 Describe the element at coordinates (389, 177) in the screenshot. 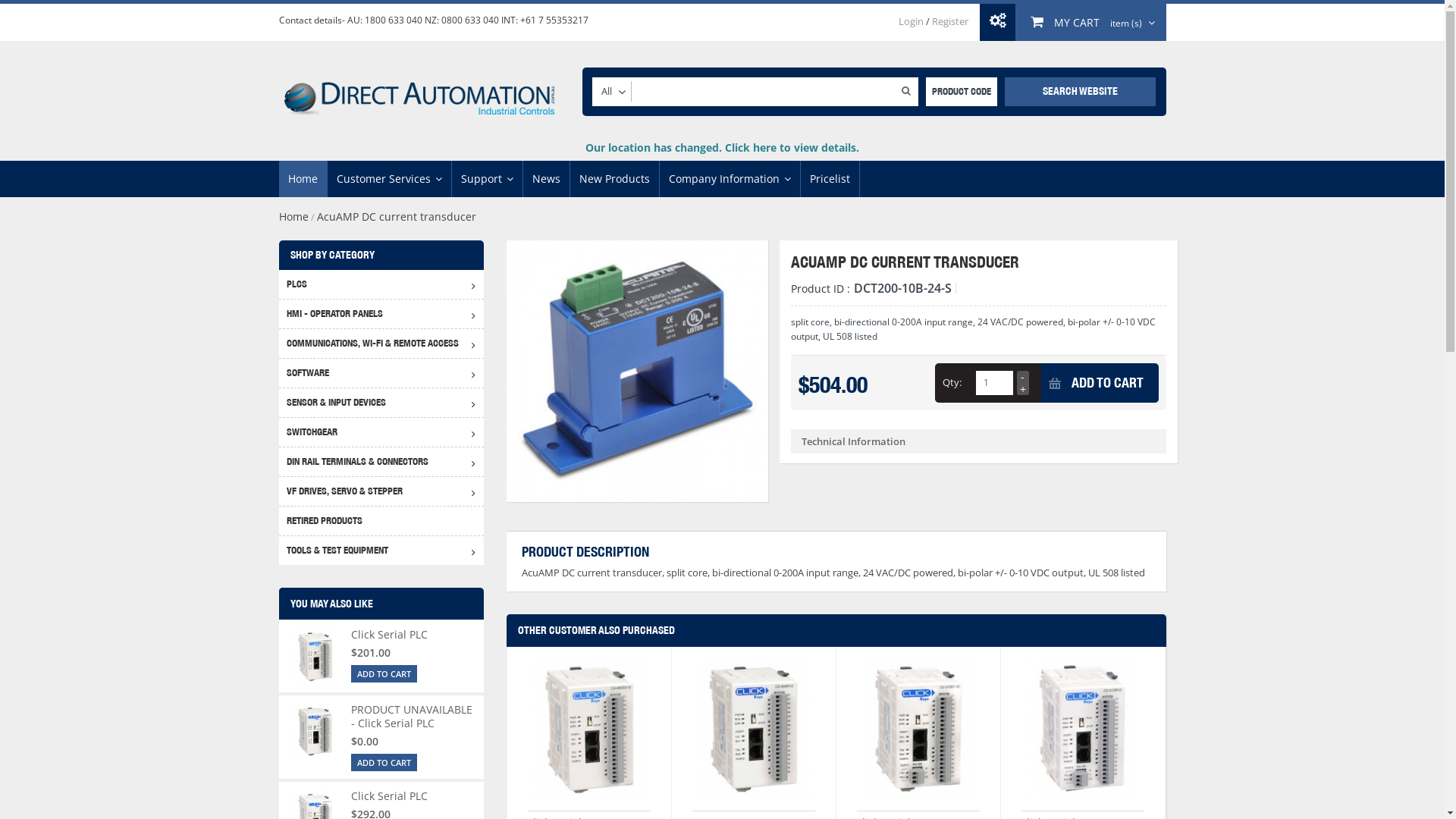

I see `'Customer Services'` at that location.